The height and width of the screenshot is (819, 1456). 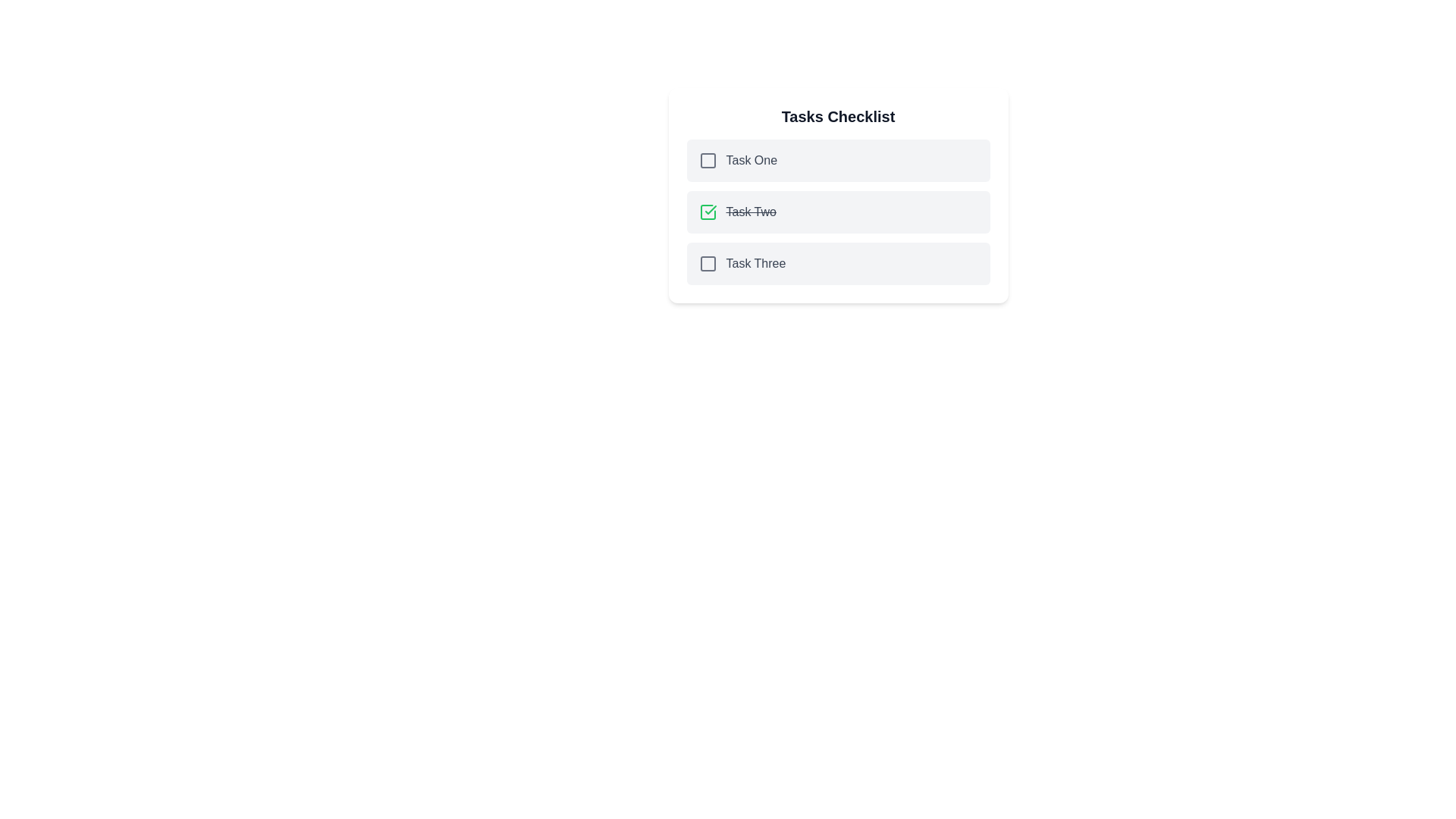 I want to click on the Square indicator icon located within the third item of the 'Tasks Checklist' interface, aligned with the text 'Task Three', so click(x=707, y=262).